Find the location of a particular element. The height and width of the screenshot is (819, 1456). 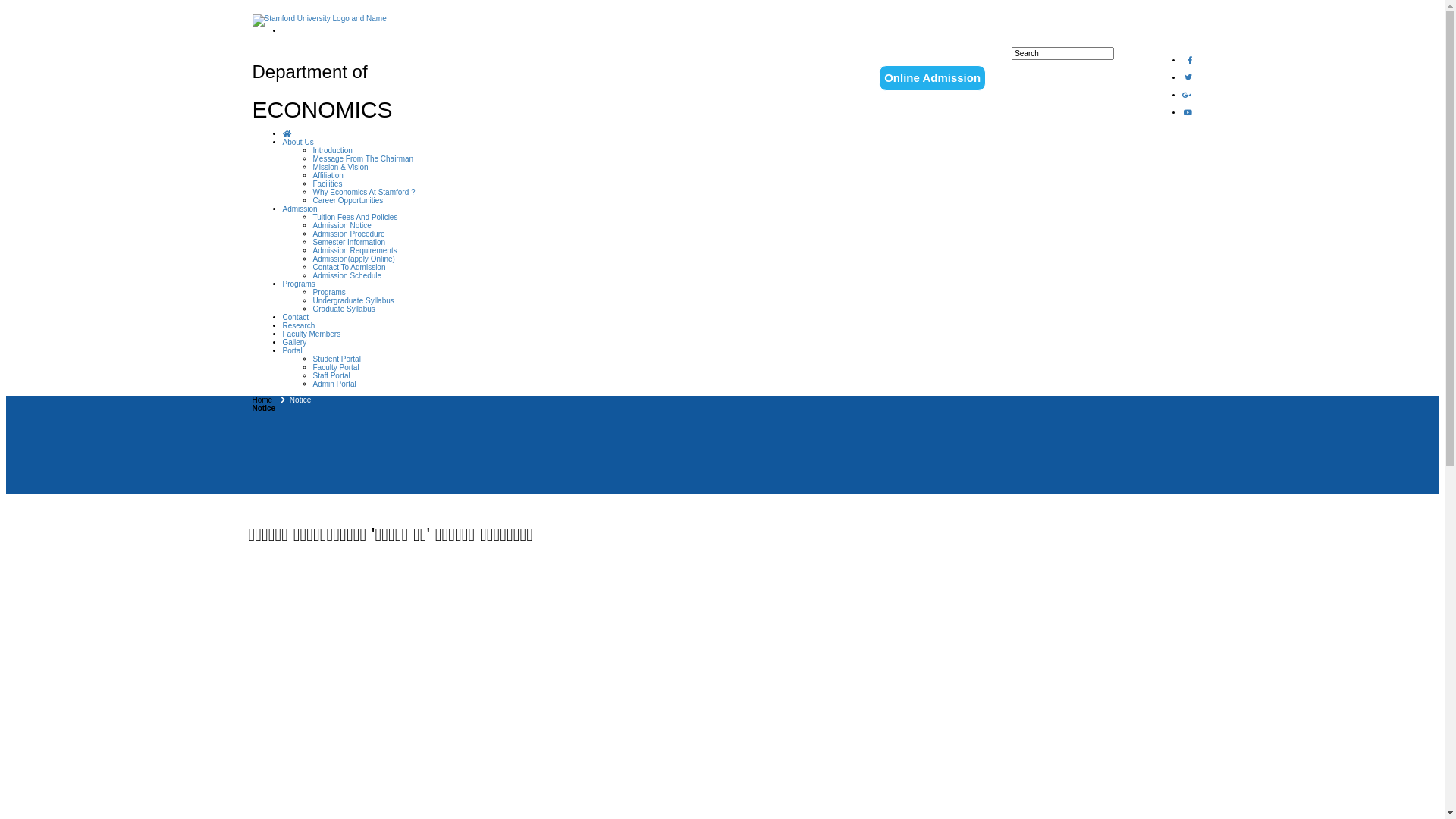

'Portal' is located at coordinates (291, 350).